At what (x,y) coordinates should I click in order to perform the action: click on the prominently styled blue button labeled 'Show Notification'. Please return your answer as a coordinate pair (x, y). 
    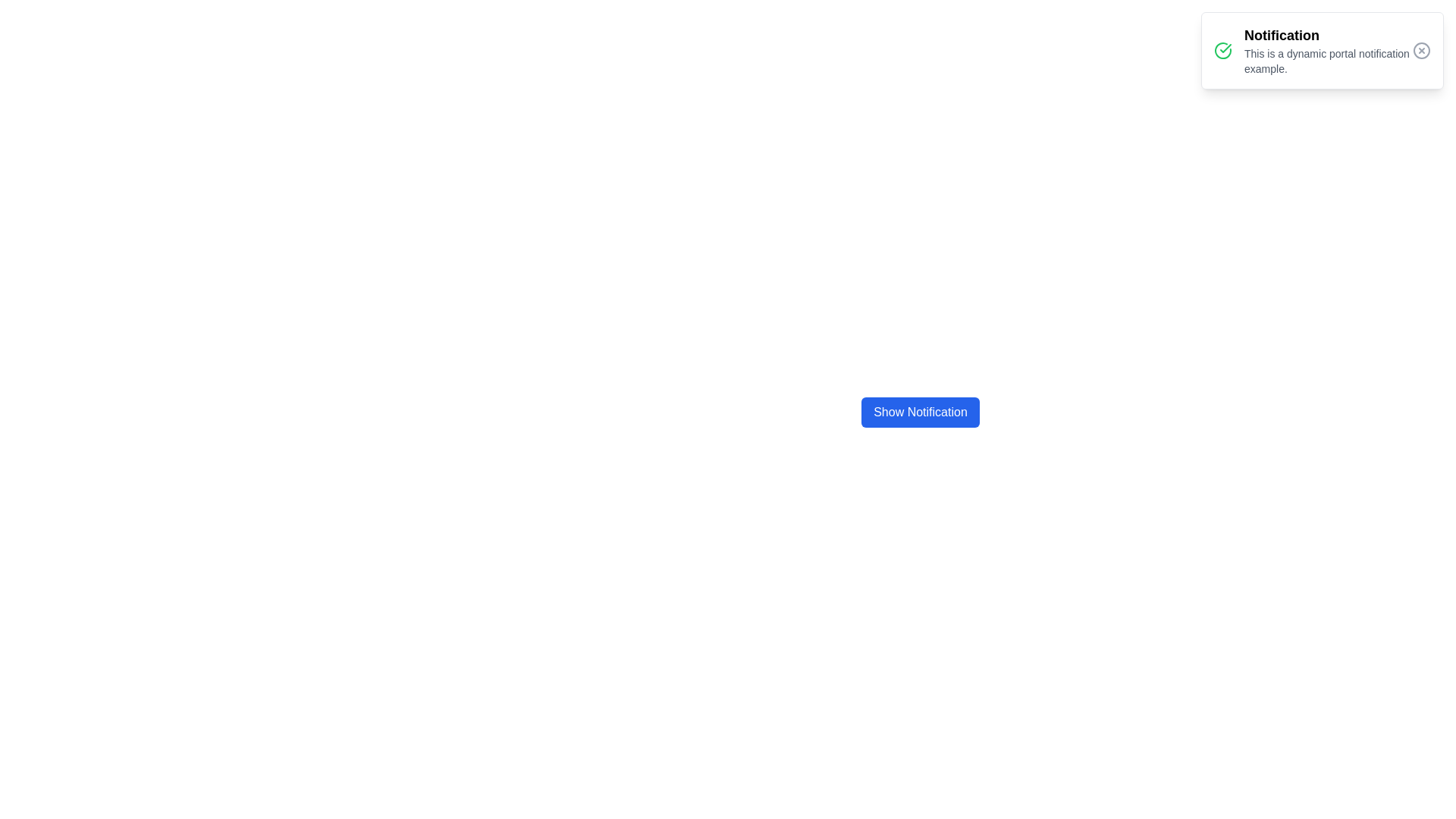
    Looking at the image, I should click on (920, 406).